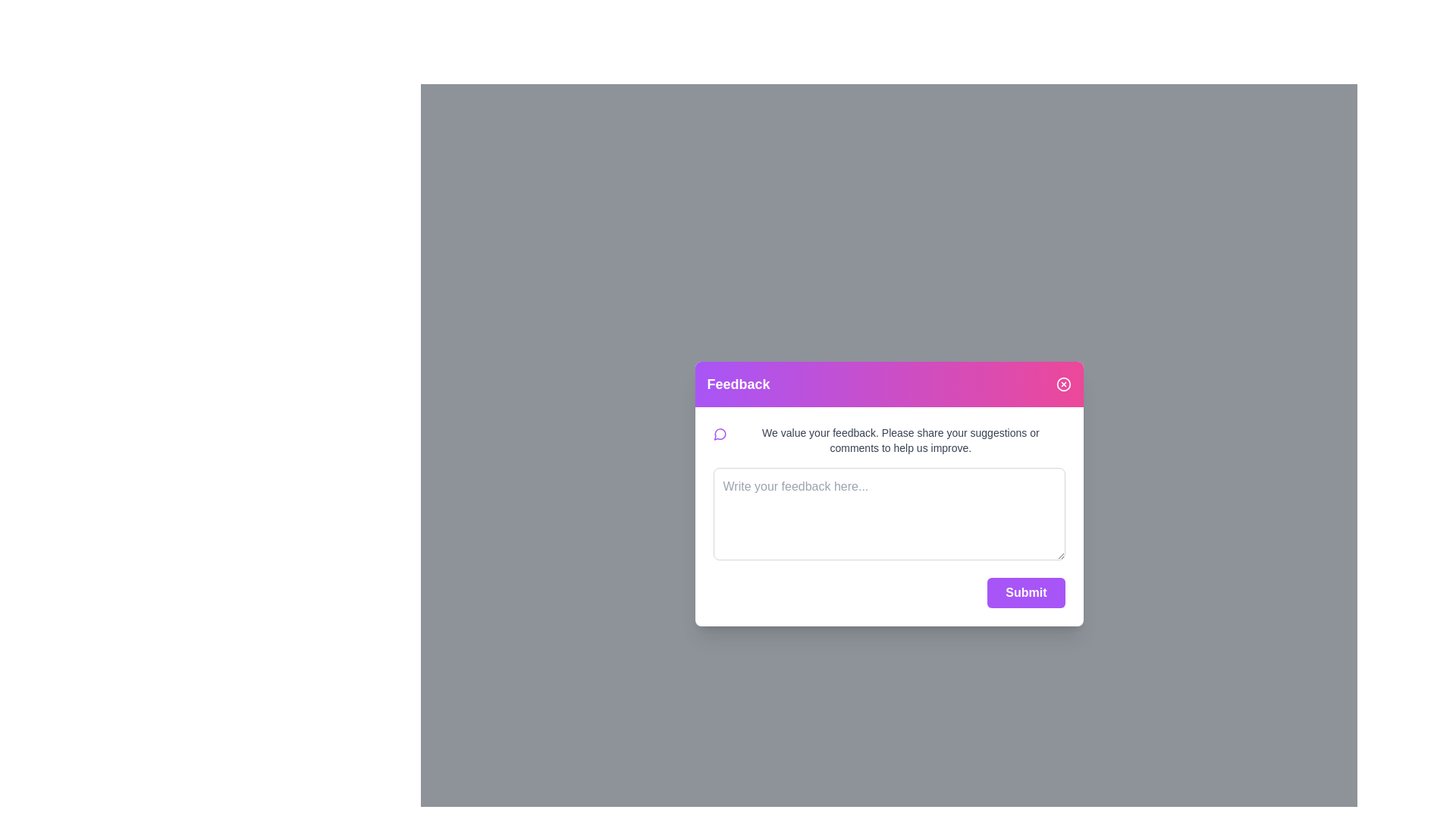  What do you see at coordinates (1062, 383) in the screenshot?
I see `the close button to close the FeedbackDialog` at bounding box center [1062, 383].